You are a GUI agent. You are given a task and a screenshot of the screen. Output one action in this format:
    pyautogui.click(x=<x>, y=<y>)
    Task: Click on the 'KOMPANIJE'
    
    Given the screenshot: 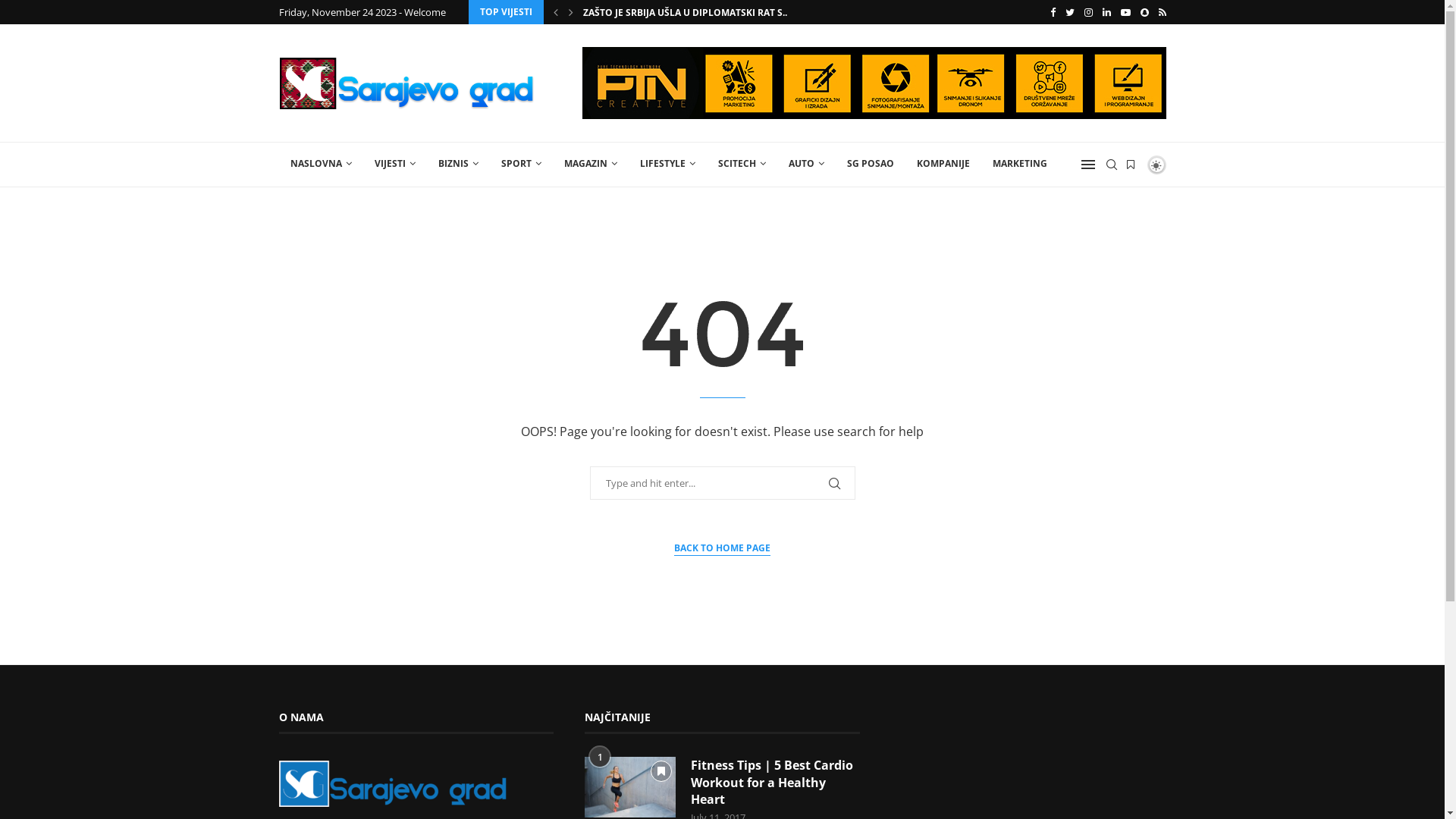 What is the action you would take?
    pyautogui.click(x=905, y=164)
    